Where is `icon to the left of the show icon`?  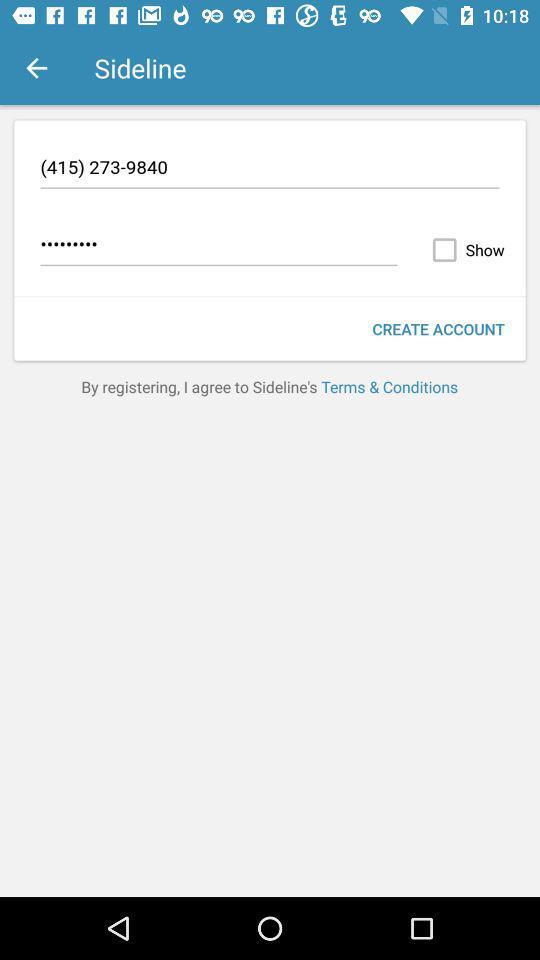 icon to the left of the show icon is located at coordinates (218, 246).